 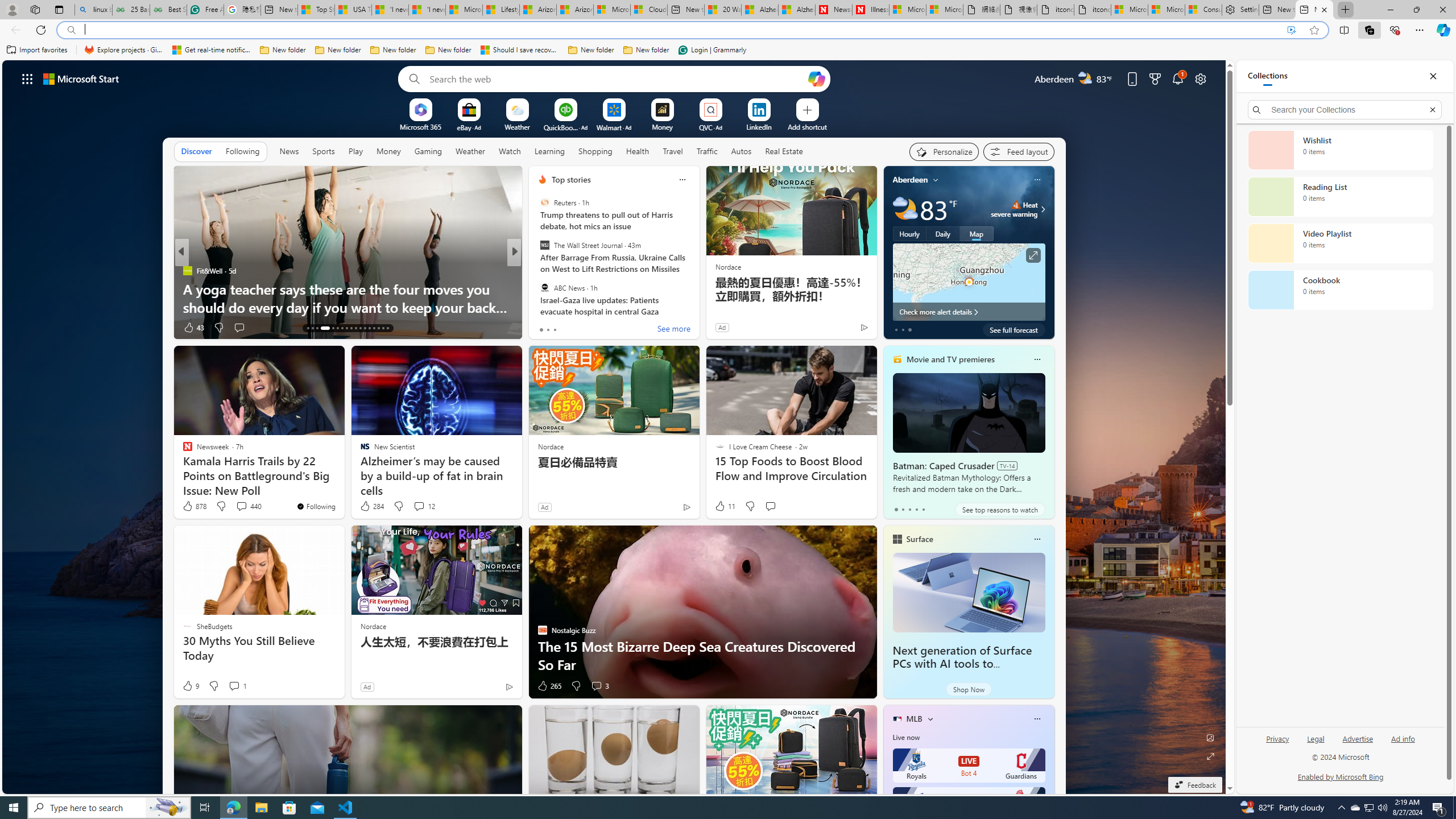 What do you see at coordinates (595, 686) in the screenshot?
I see `'View comments 3 Comment'` at bounding box center [595, 686].